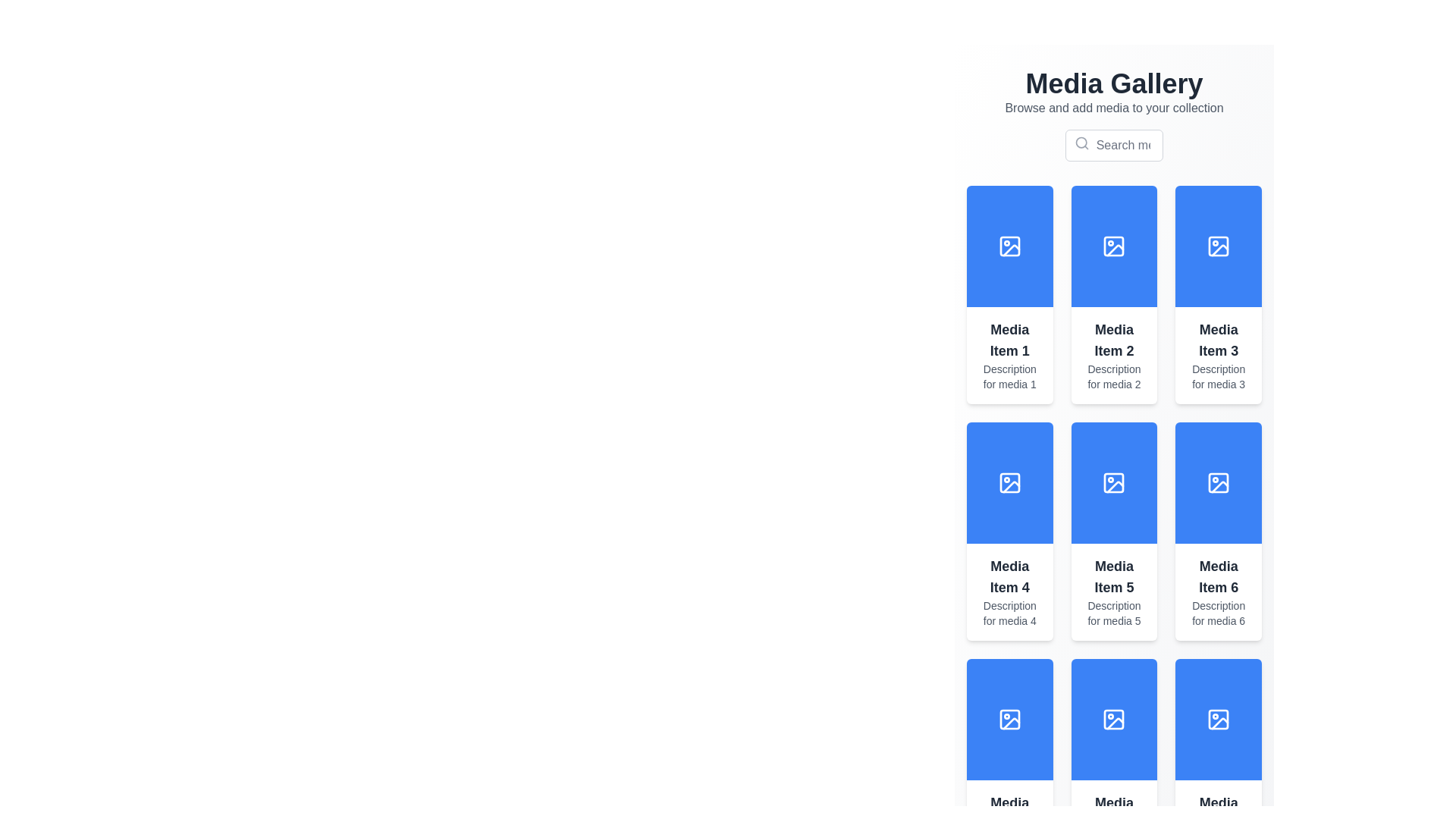  Describe the element at coordinates (1080, 143) in the screenshot. I see `SVG circle element that visually represents the lens of the magnifying glass in the search icon by using development tools` at that location.